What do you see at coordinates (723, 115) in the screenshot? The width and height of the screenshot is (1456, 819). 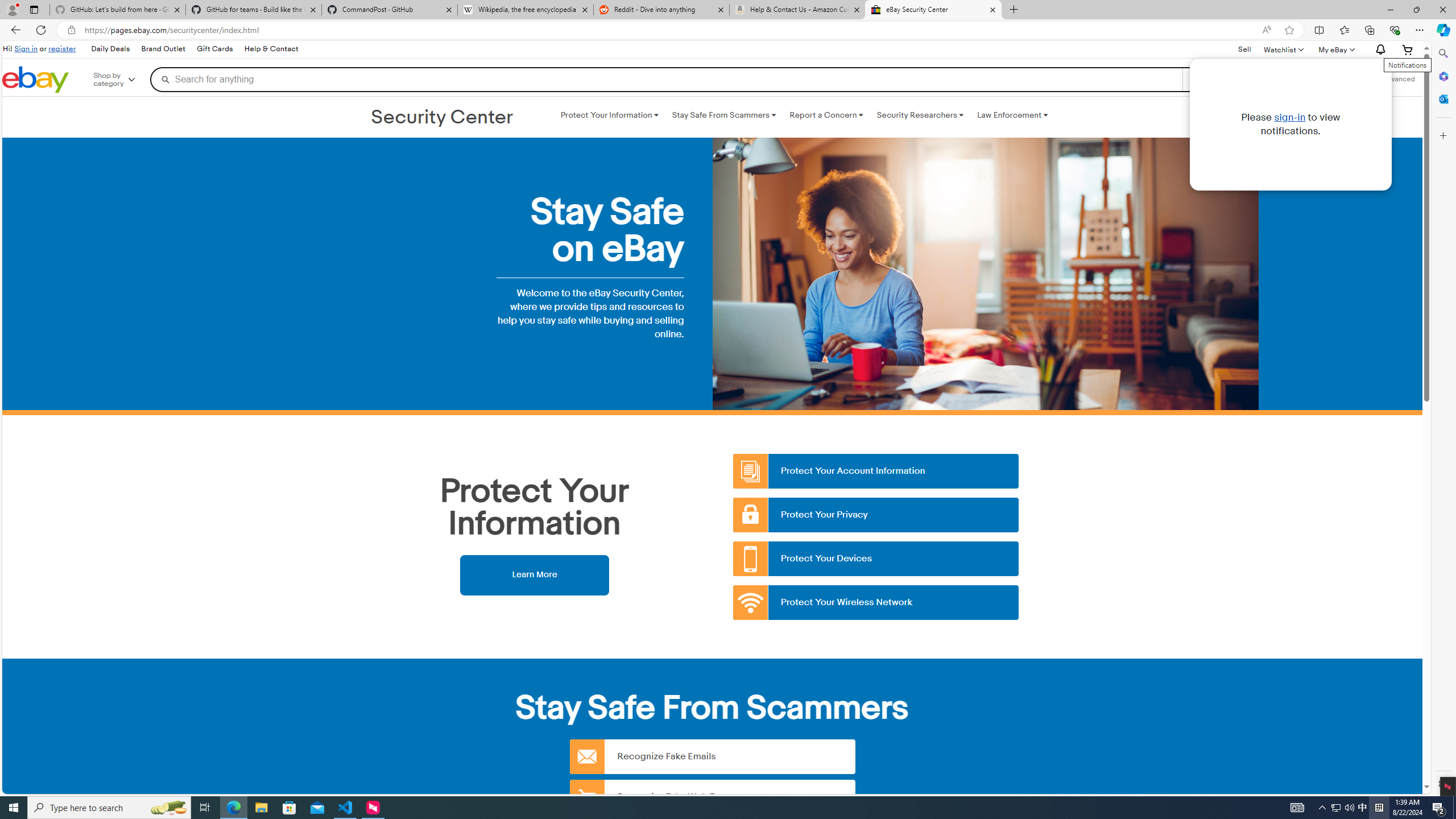 I see `'Stay Safe From Scammers '` at bounding box center [723, 115].